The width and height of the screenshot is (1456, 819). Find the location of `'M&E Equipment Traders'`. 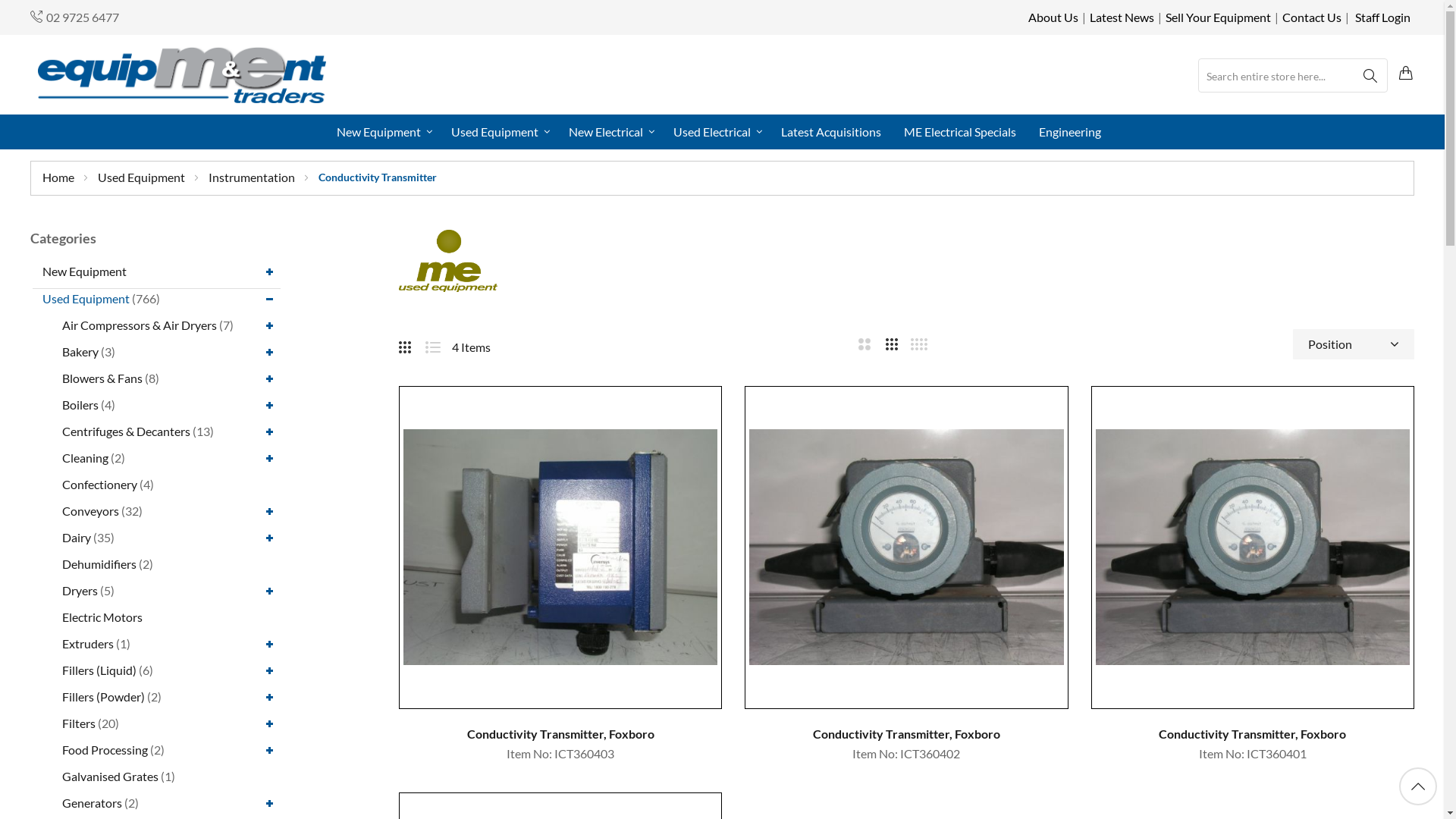

'M&E Equipment Traders' is located at coordinates (182, 74).